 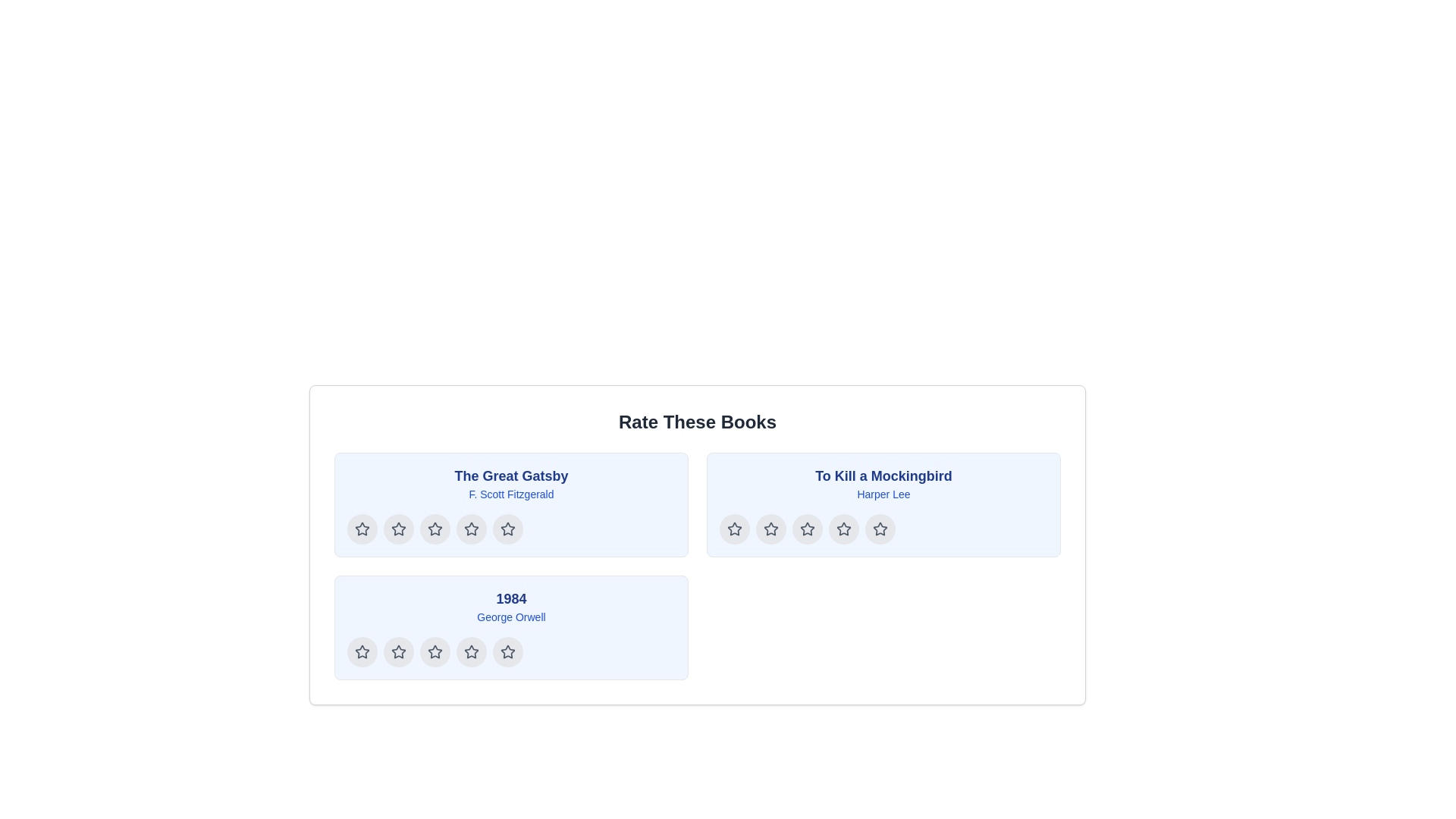 I want to click on the second star-shaped rating icon under the book 'To Kill a Mockingbird', so click(x=770, y=528).